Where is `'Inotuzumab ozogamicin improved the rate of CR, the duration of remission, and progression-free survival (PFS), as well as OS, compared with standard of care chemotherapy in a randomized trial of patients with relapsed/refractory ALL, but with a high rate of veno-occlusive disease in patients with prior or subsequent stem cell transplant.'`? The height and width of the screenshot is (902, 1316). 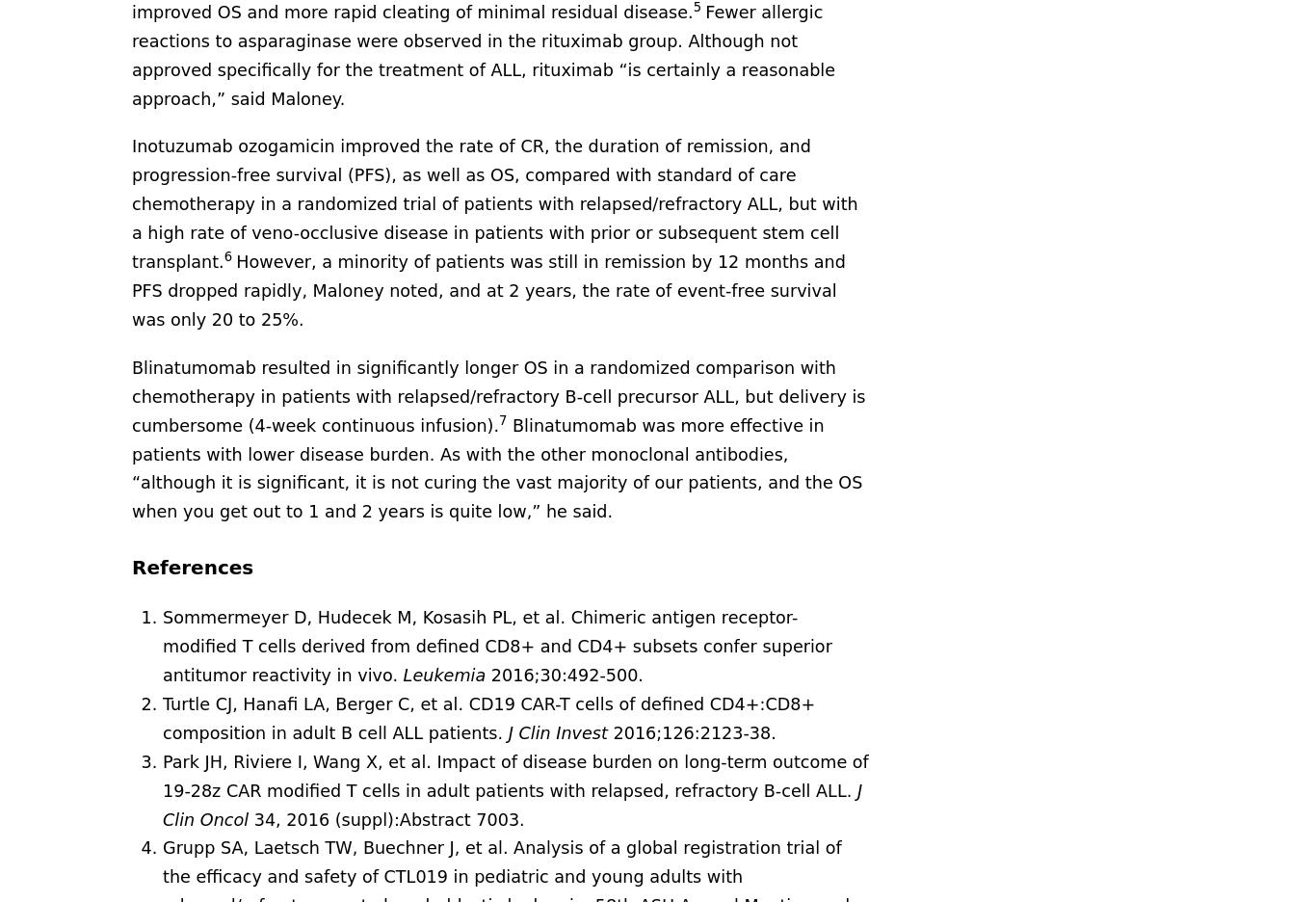
'Inotuzumab ozogamicin improved the rate of CR, the duration of remission, and progression-free survival (PFS), as well as OS, compared with standard of care chemotherapy in a randomized trial of patients with relapsed/refractory ALL, but with a high rate of veno-occlusive disease in patients with prior or subsequent stem cell transplant.' is located at coordinates (494, 204).